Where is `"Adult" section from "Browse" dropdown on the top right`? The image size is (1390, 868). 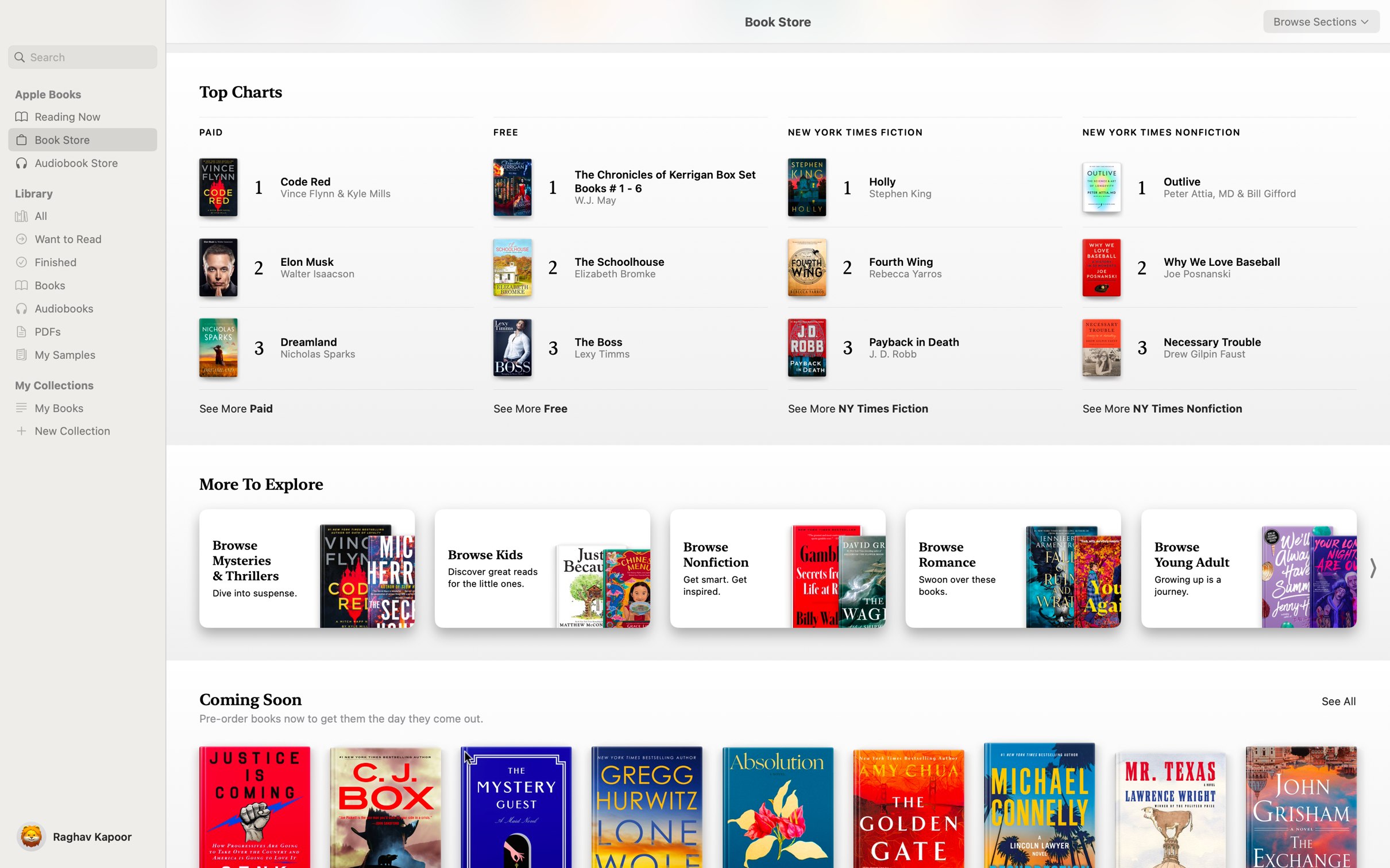 "Adult" section from "Browse" dropdown on the top right is located at coordinates (1321, 21).